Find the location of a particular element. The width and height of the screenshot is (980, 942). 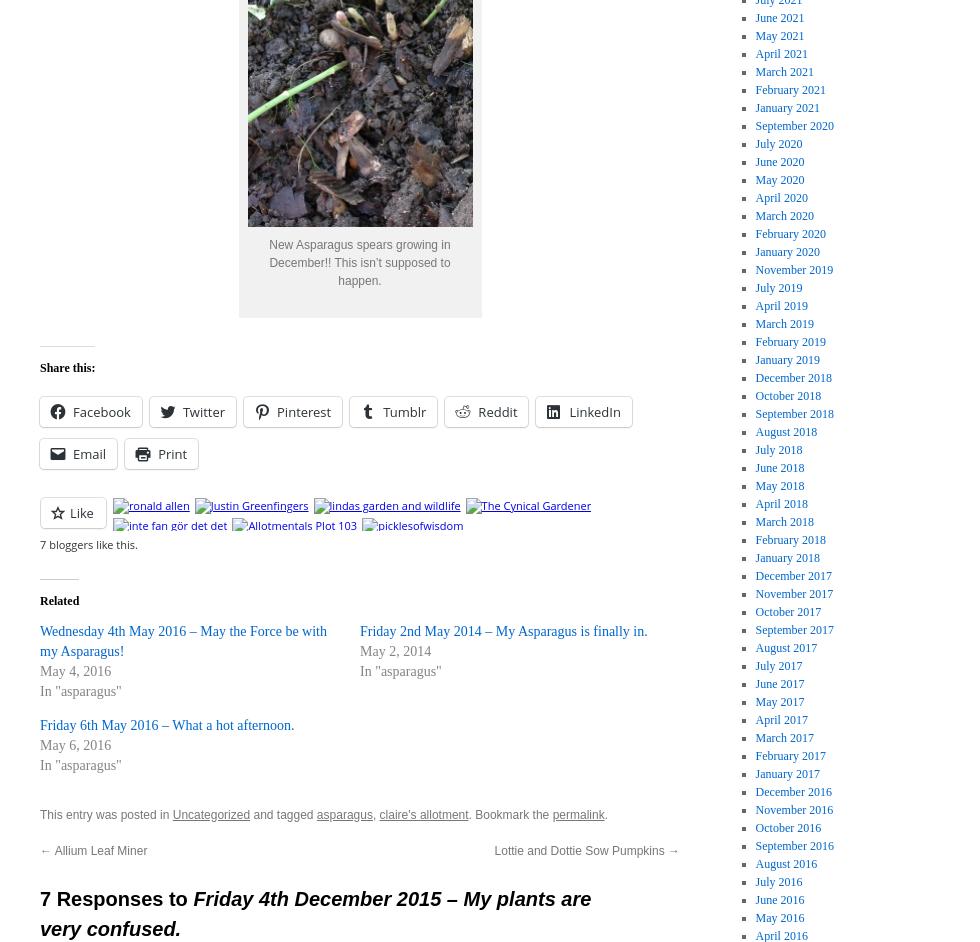

'October 2018' is located at coordinates (788, 396).